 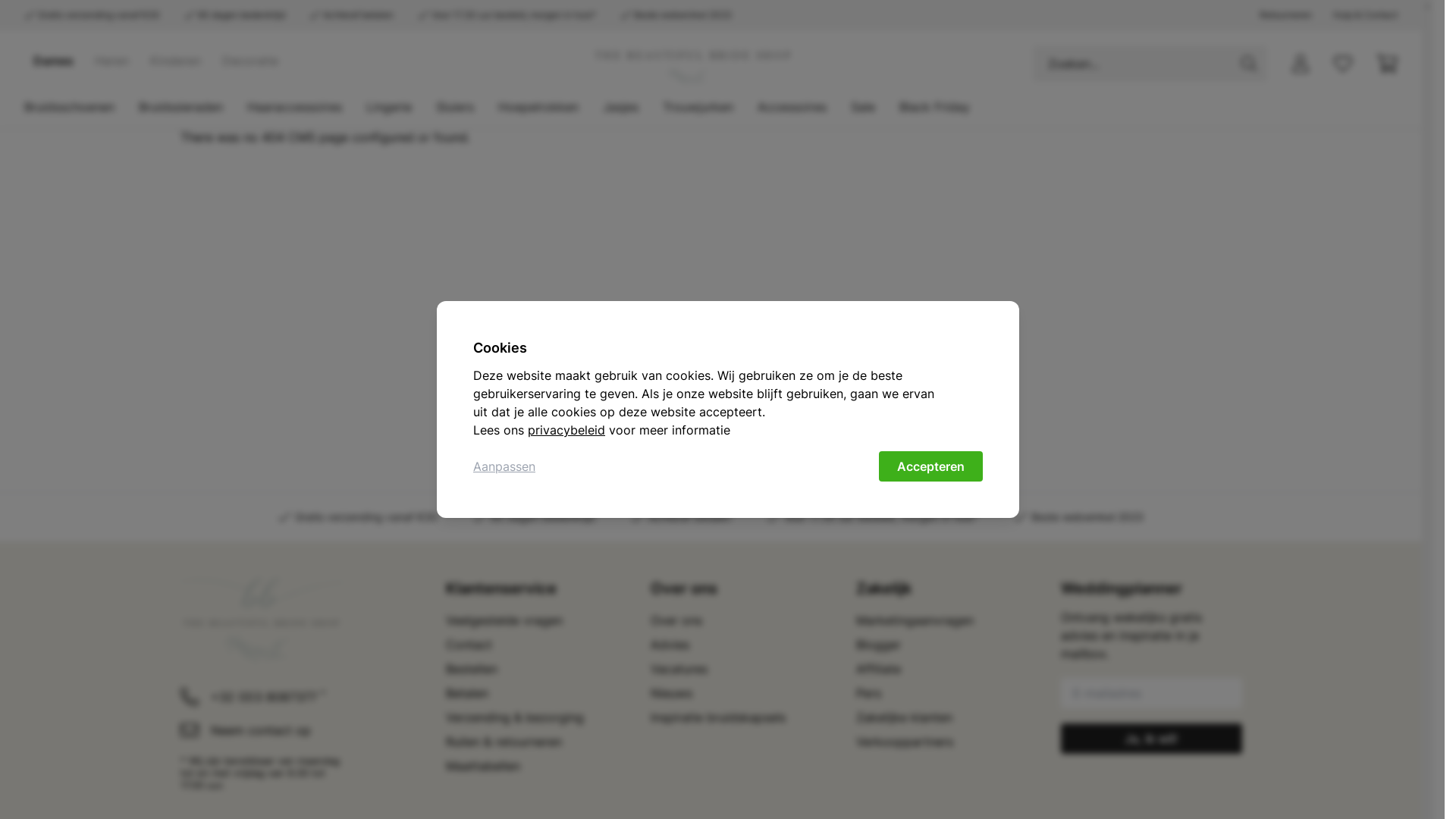 I want to click on 'Affiliate', so click(x=855, y=668).